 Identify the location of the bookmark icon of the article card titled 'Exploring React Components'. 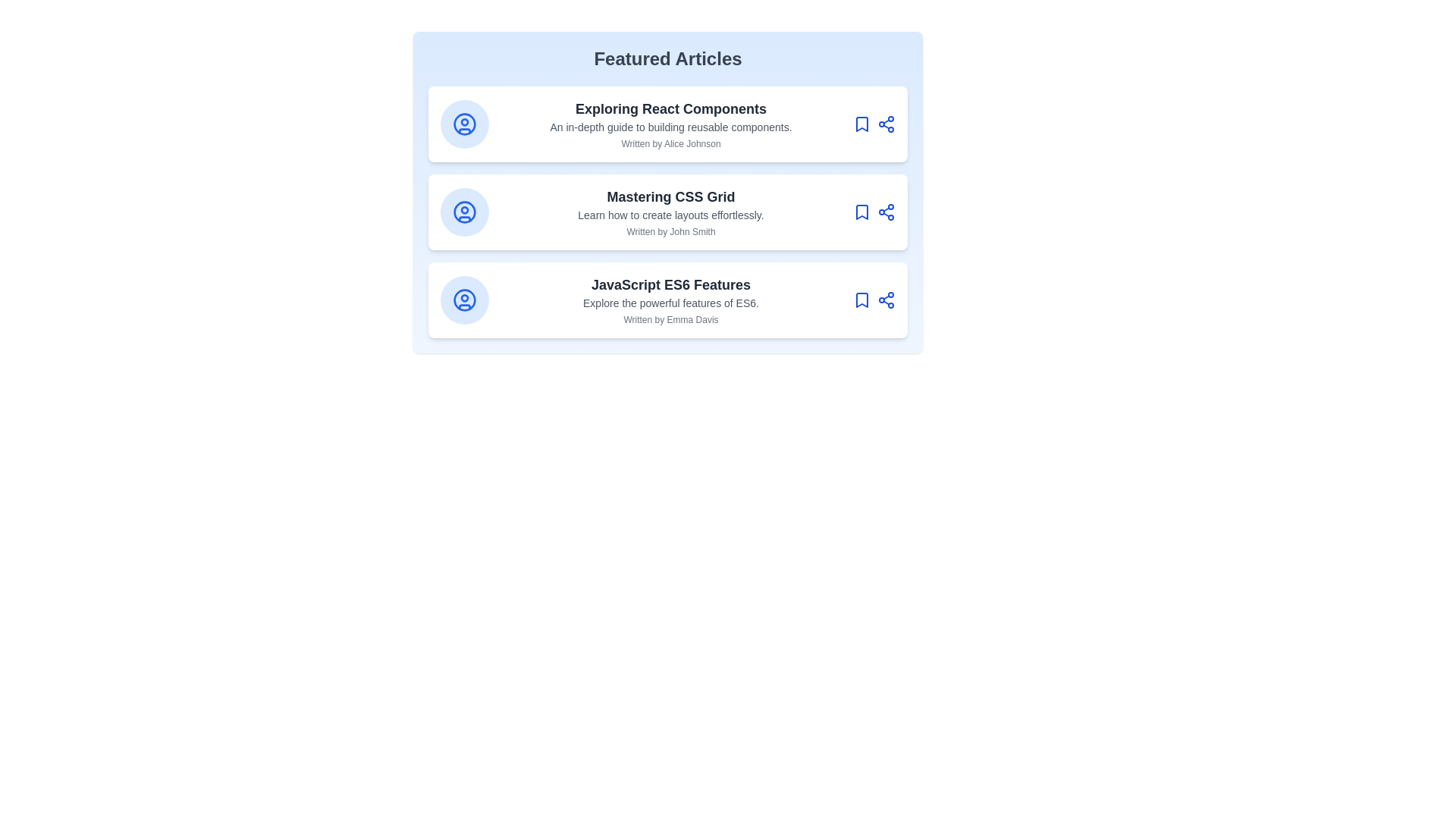
(862, 124).